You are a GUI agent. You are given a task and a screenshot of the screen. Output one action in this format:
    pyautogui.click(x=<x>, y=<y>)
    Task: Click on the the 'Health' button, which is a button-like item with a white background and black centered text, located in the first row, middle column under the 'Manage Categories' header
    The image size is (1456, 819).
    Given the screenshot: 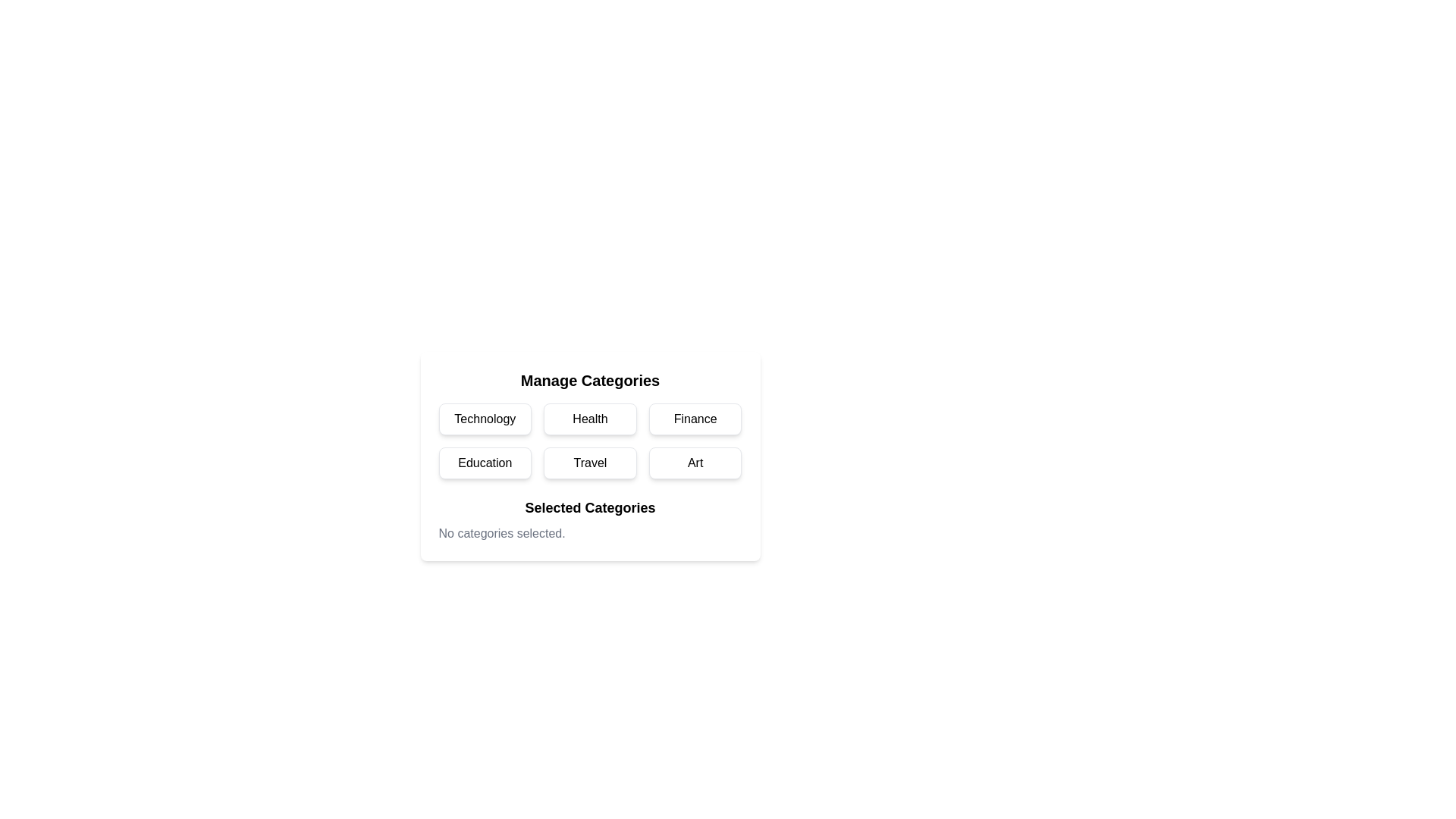 What is the action you would take?
    pyautogui.click(x=589, y=419)
    